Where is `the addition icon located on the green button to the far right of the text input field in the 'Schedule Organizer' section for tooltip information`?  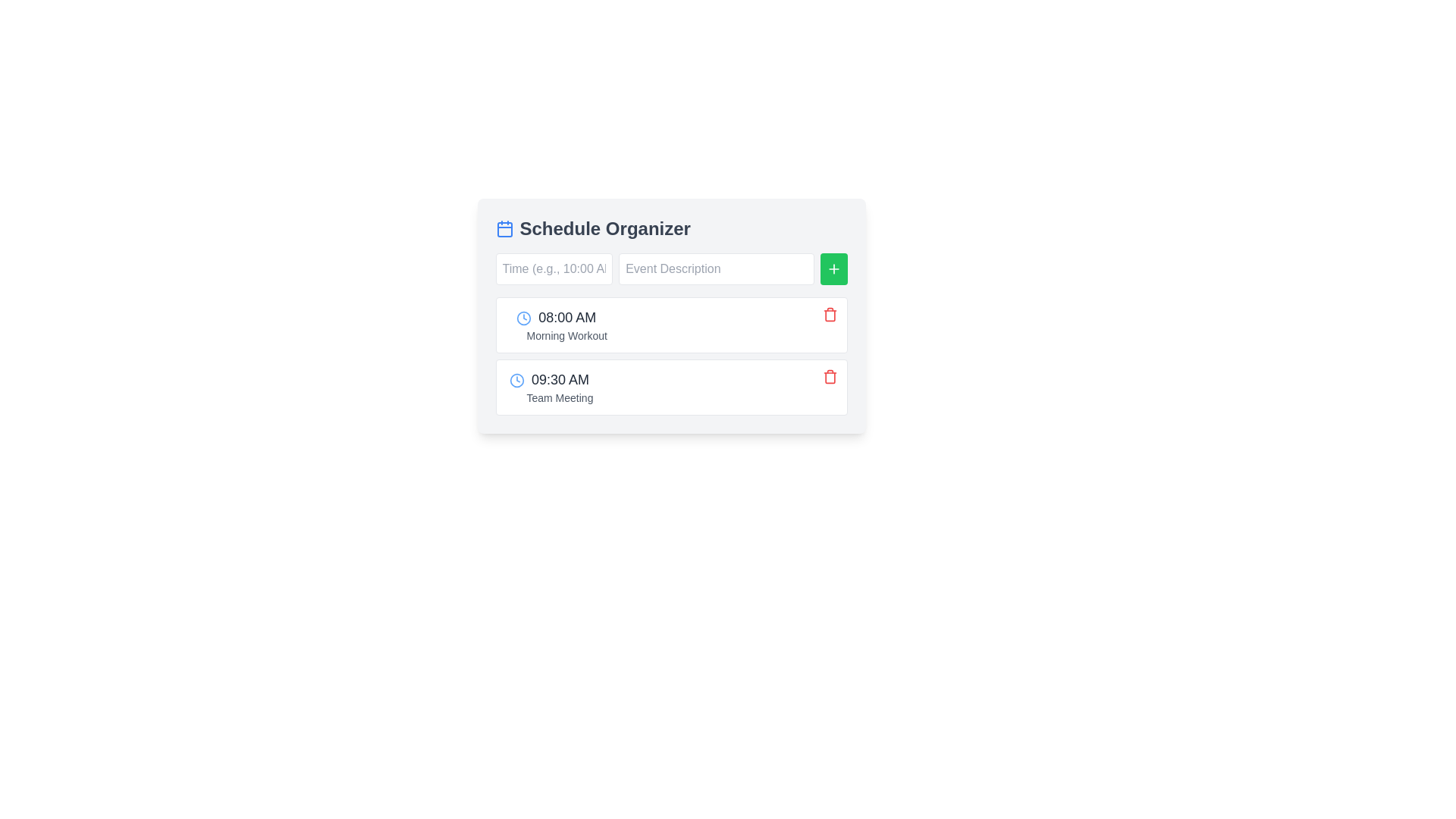 the addition icon located on the green button to the far right of the text input field in the 'Schedule Organizer' section for tooltip information is located at coordinates (833, 268).